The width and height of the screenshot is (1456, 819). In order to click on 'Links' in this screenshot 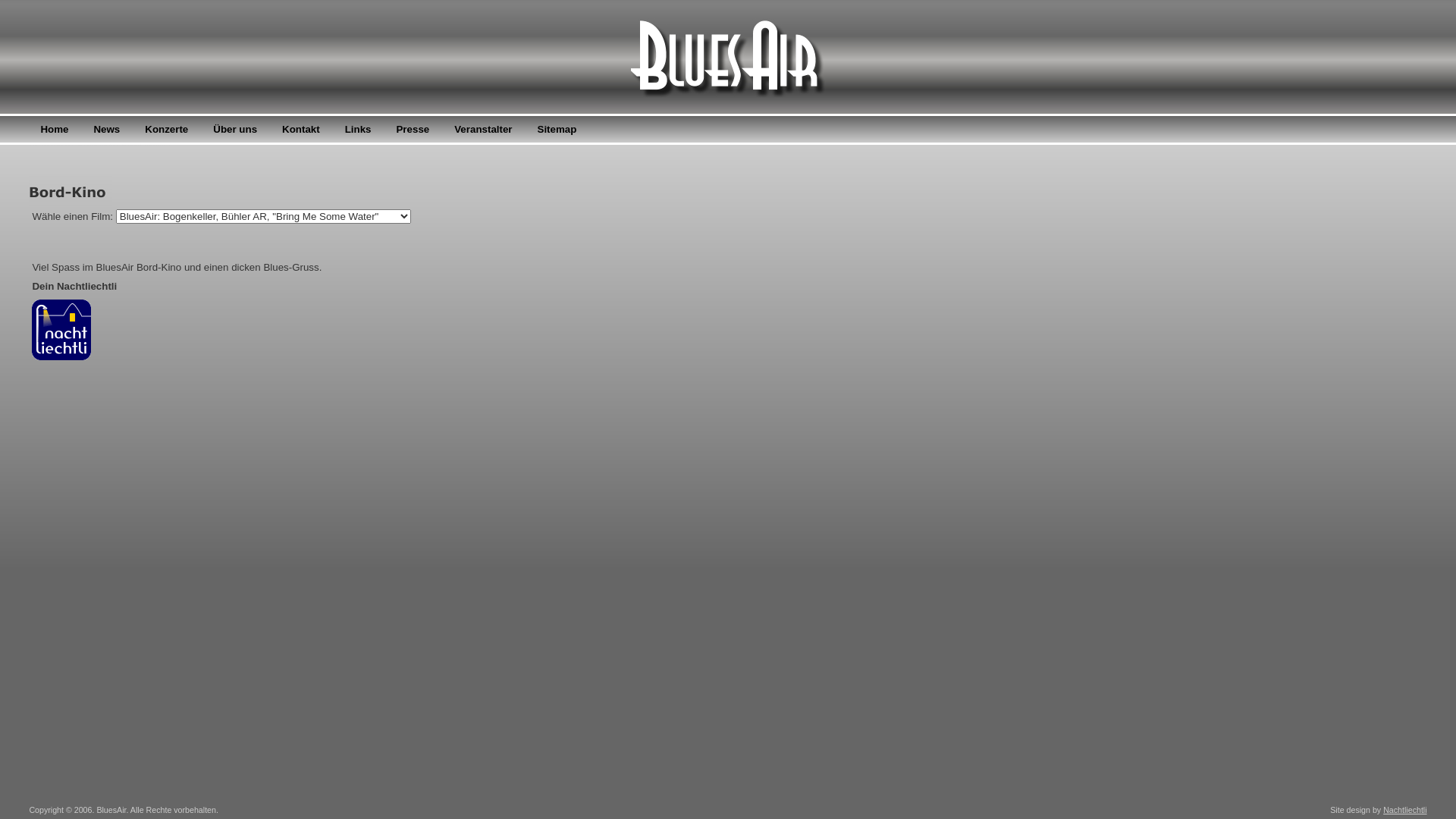, I will do `click(357, 128)`.